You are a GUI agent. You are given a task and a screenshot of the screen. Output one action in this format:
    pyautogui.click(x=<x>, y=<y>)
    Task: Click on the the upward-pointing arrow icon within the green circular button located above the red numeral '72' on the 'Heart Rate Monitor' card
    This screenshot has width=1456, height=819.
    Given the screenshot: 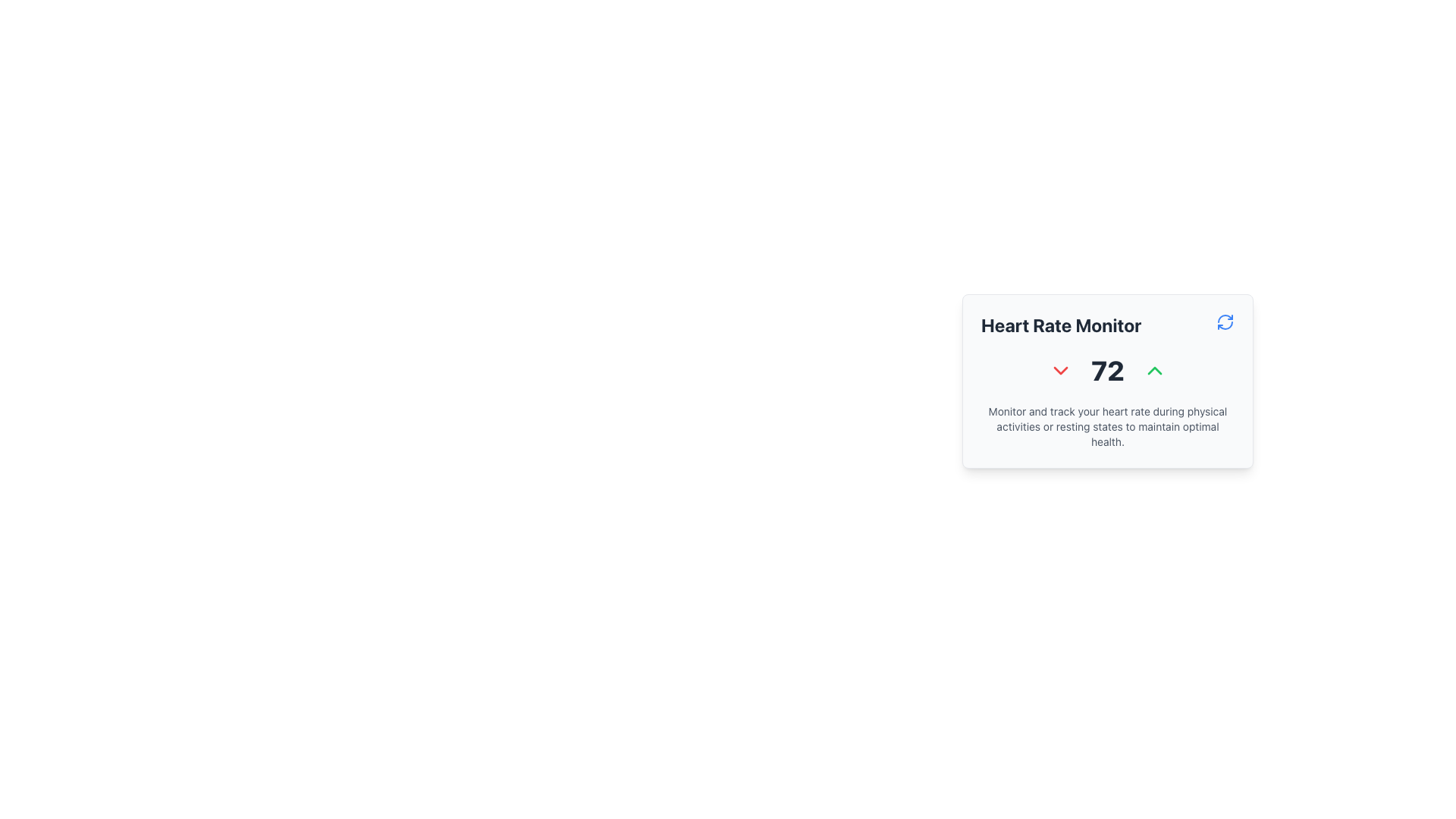 What is the action you would take?
    pyautogui.click(x=1153, y=371)
    